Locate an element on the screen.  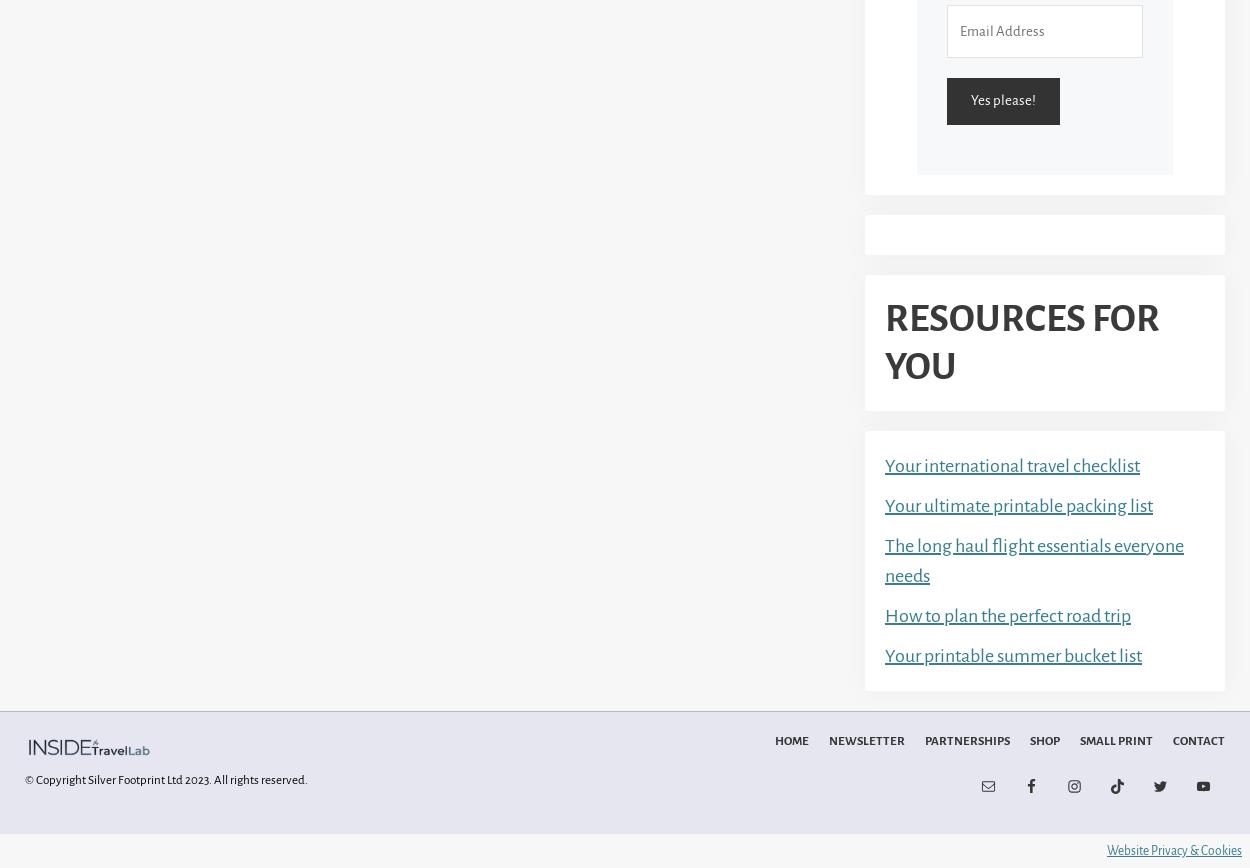
'Your printable summer bucket list' is located at coordinates (1013, 654).